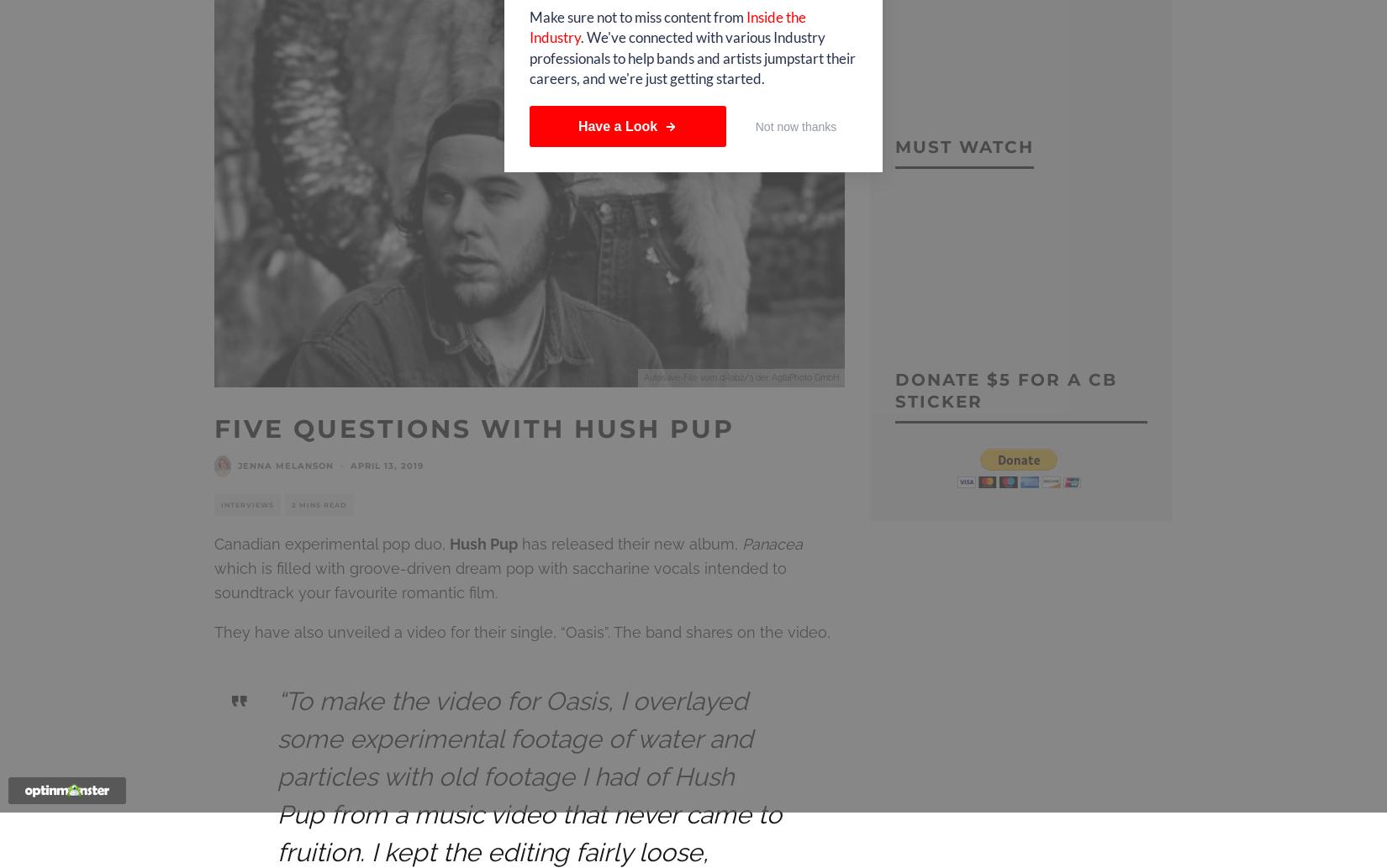 The width and height of the screenshot is (1387, 868). Describe the element at coordinates (773, 543) in the screenshot. I see `'Panacea'` at that location.